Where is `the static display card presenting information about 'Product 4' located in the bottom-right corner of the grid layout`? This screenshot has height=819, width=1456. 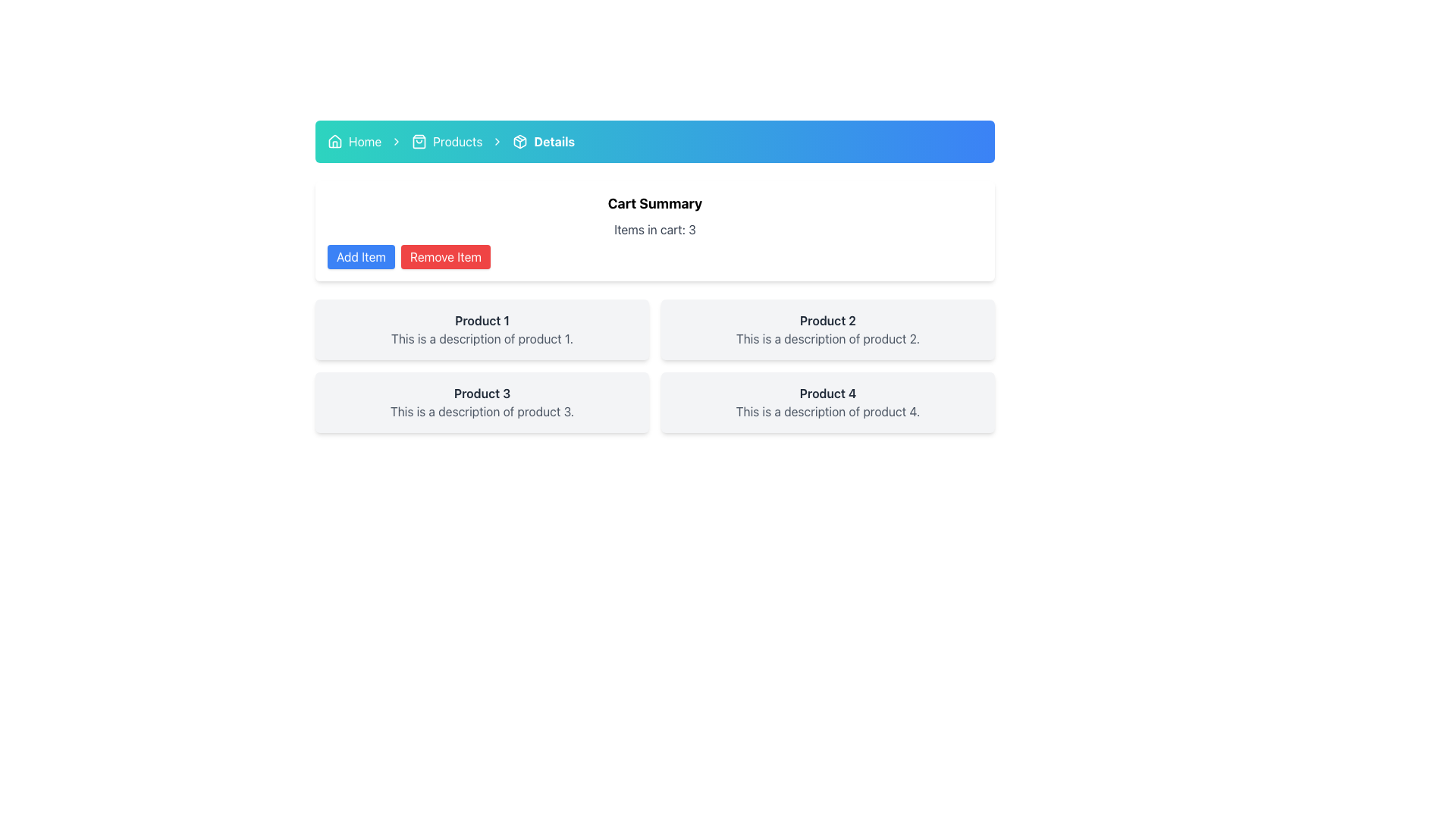 the static display card presenting information about 'Product 4' located in the bottom-right corner of the grid layout is located at coordinates (827, 402).